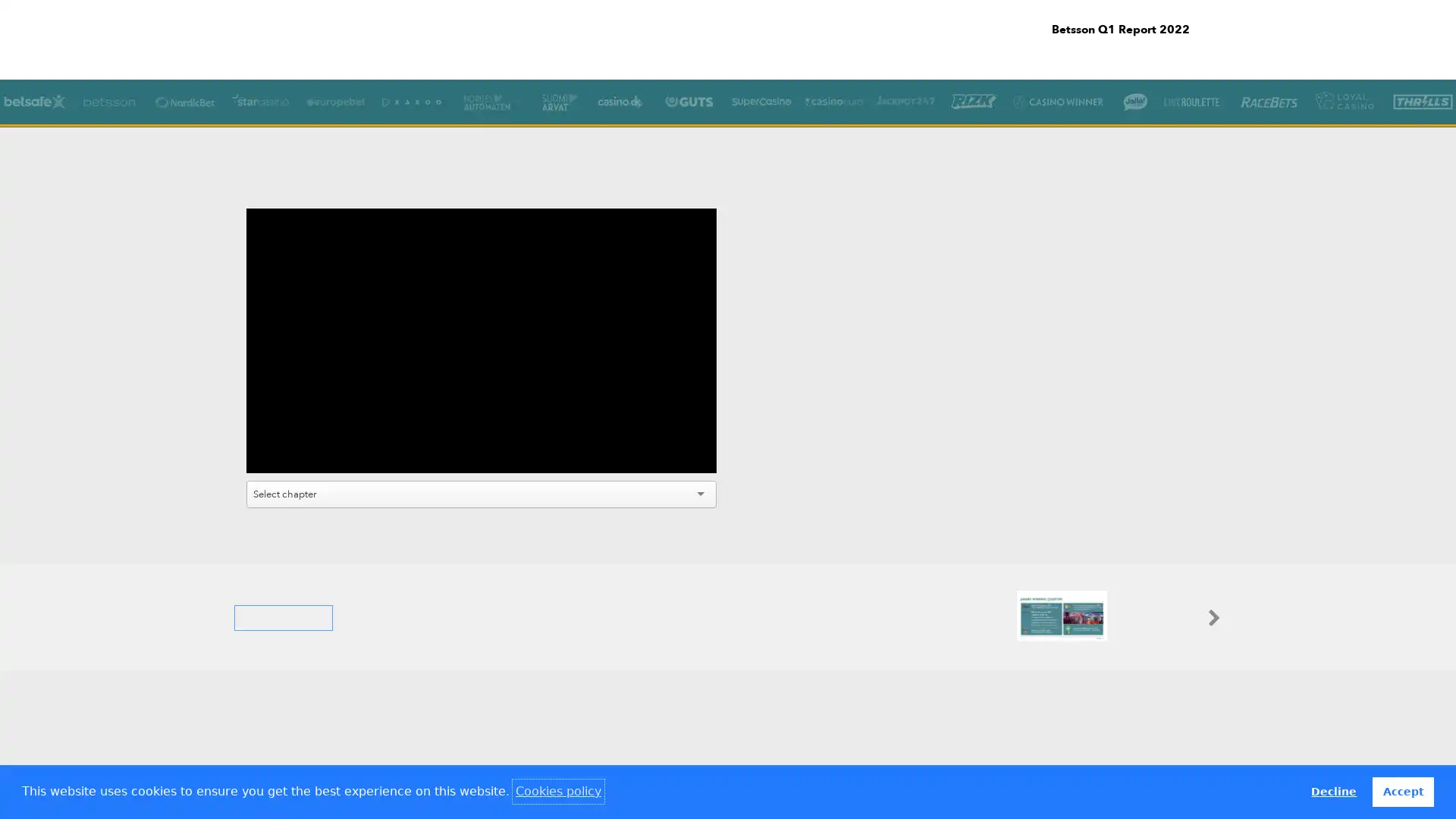 This screenshot has width=1456, height=819. I want to click on Fullscreen, so click(692, 449).